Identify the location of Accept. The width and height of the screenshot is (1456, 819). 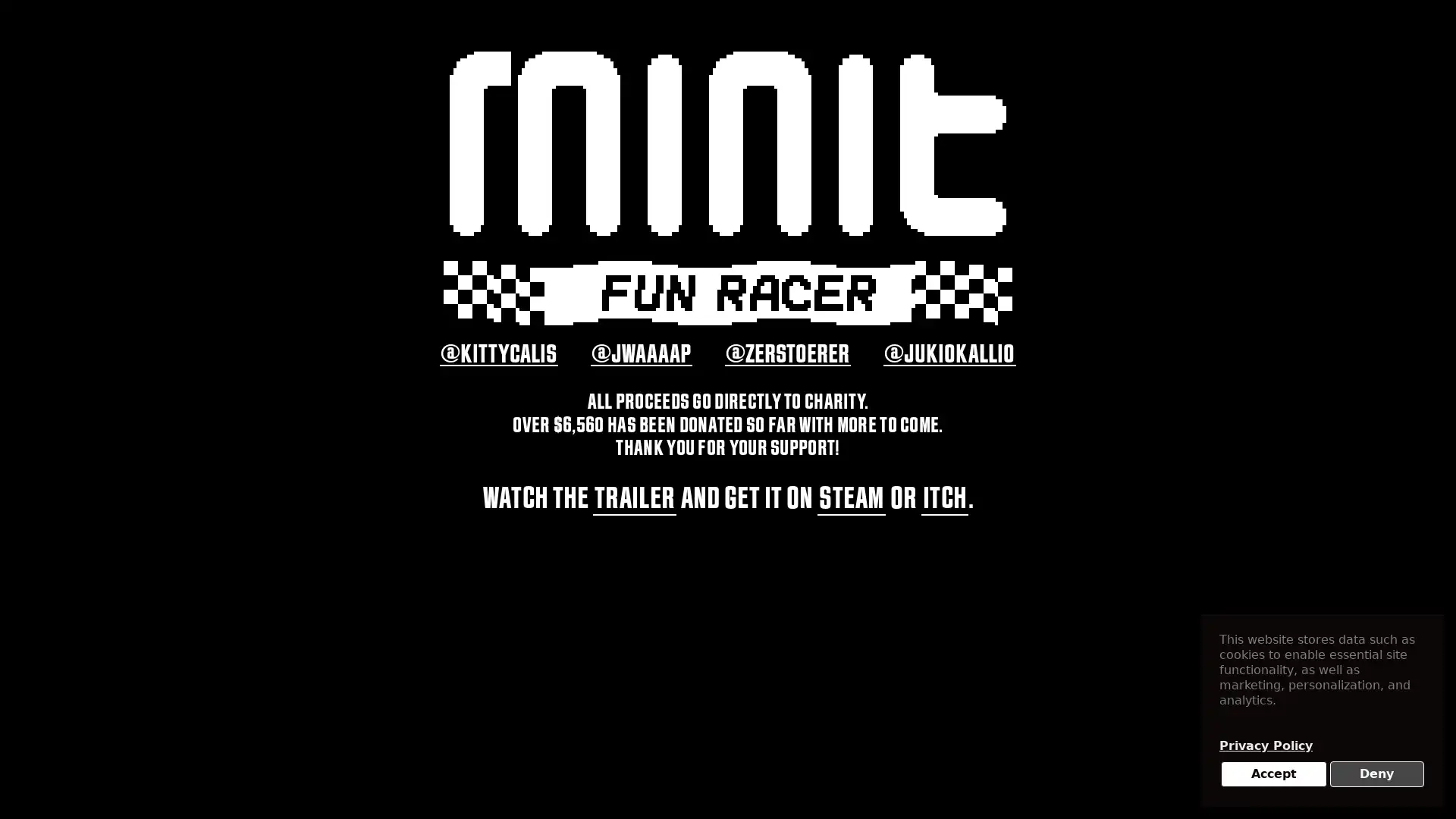
(1273, 774).